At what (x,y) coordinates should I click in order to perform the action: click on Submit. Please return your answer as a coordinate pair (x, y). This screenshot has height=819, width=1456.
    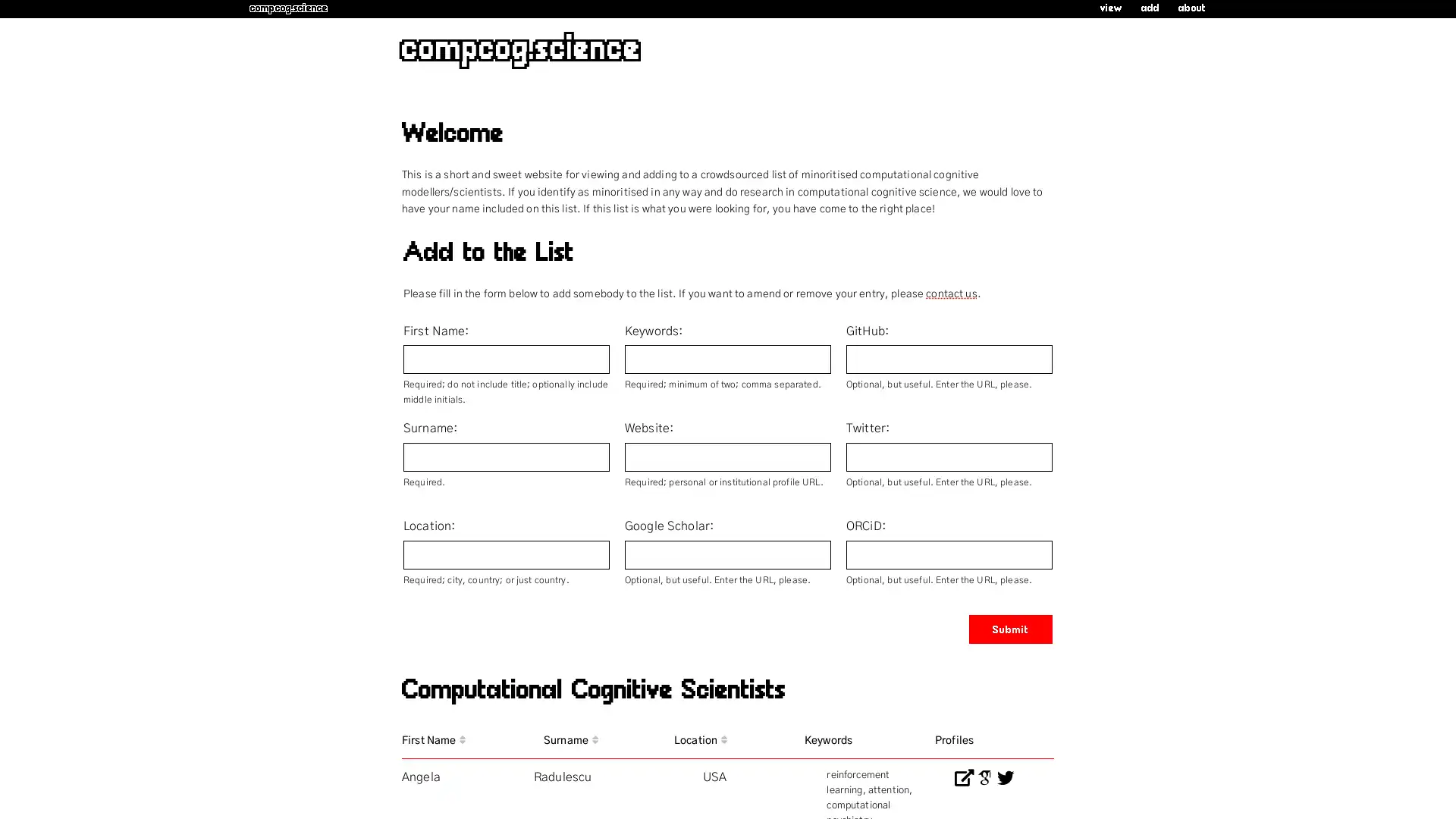
    Looking at the image, I should click on (1011, 629).